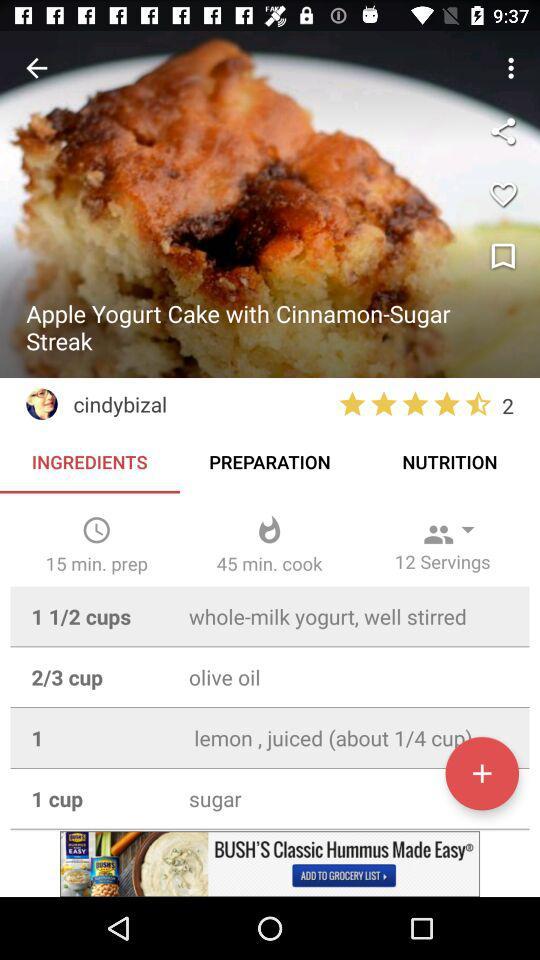 Image resolution: width=540 pixels, height=960 pixels. Describe the element at coordinates (502, 194) in the screenshot. I see `the favorite icon` at that location.